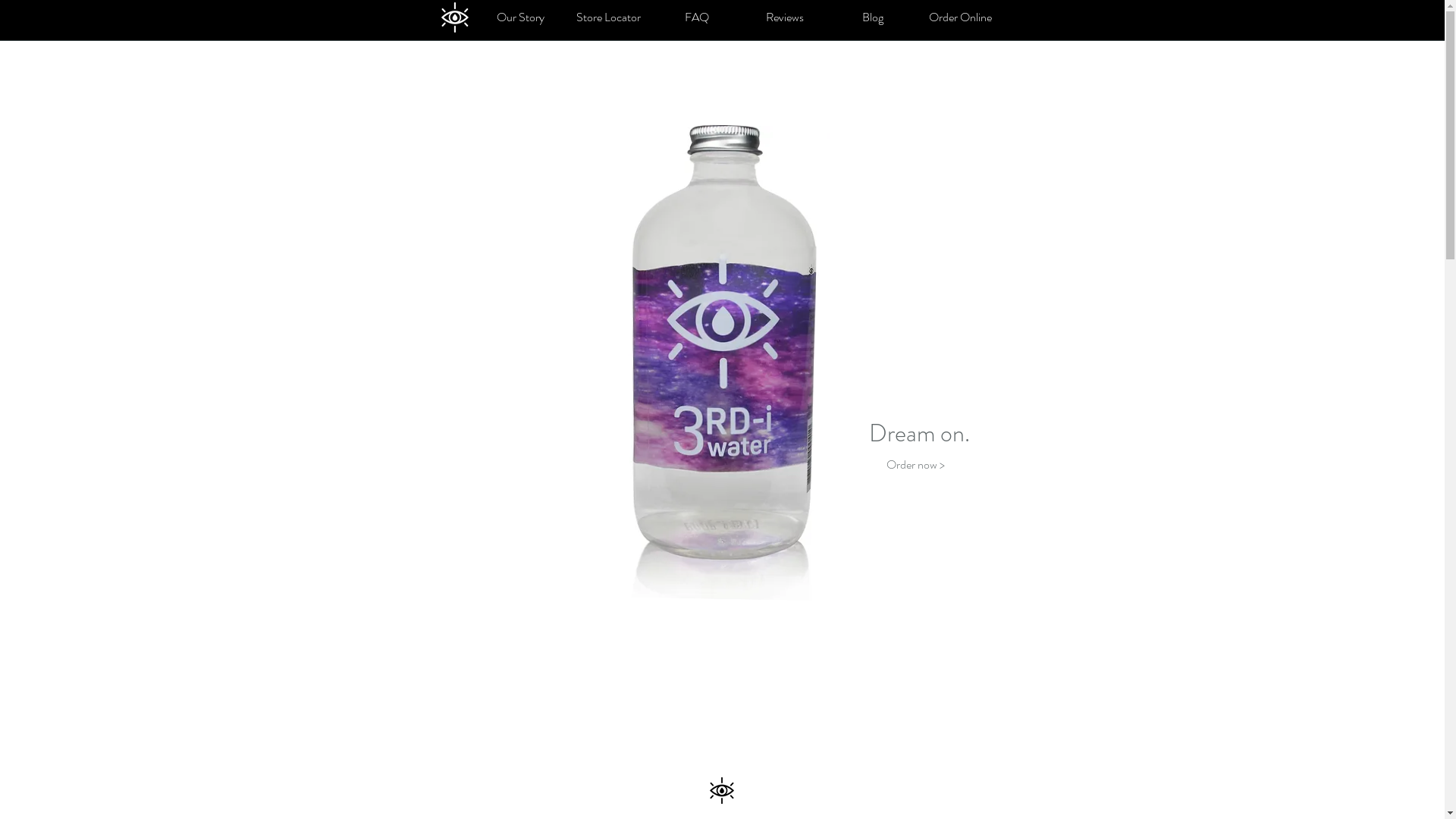 The height and width of the screenshot is (819, 1456). What do you see at coordinates (914, 464) in the screenshot?
I see `'Order now >'` at bounding box center [914, 464].